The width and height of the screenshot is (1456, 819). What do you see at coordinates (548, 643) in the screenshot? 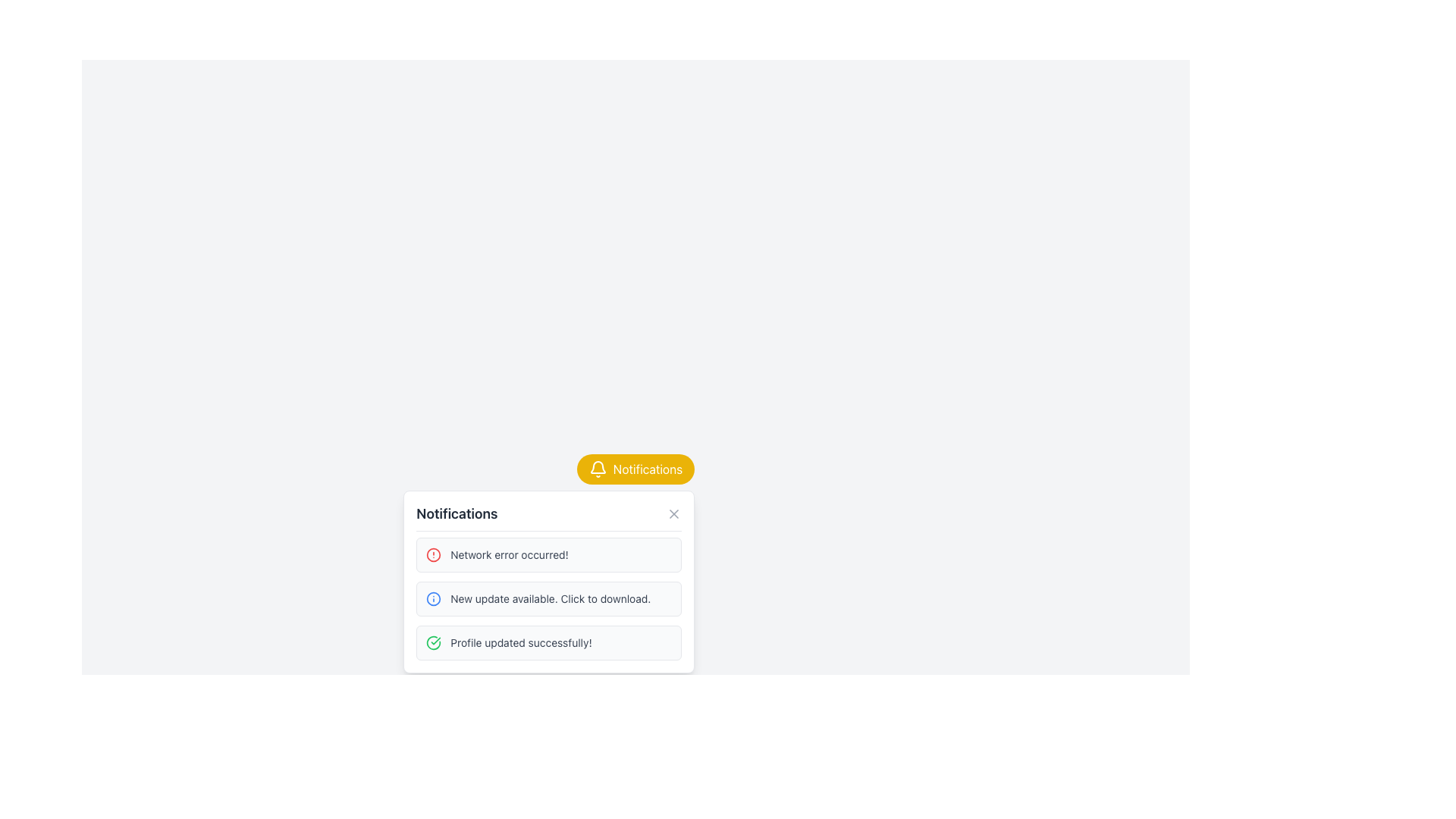
I see `the notification message item indicating successful profile updating, which has a light gray rounded rectangular background and contains the text 'Profile updated successfully!' with a green check icon, to interact with it if applicable` at bounding box center [548, 643].